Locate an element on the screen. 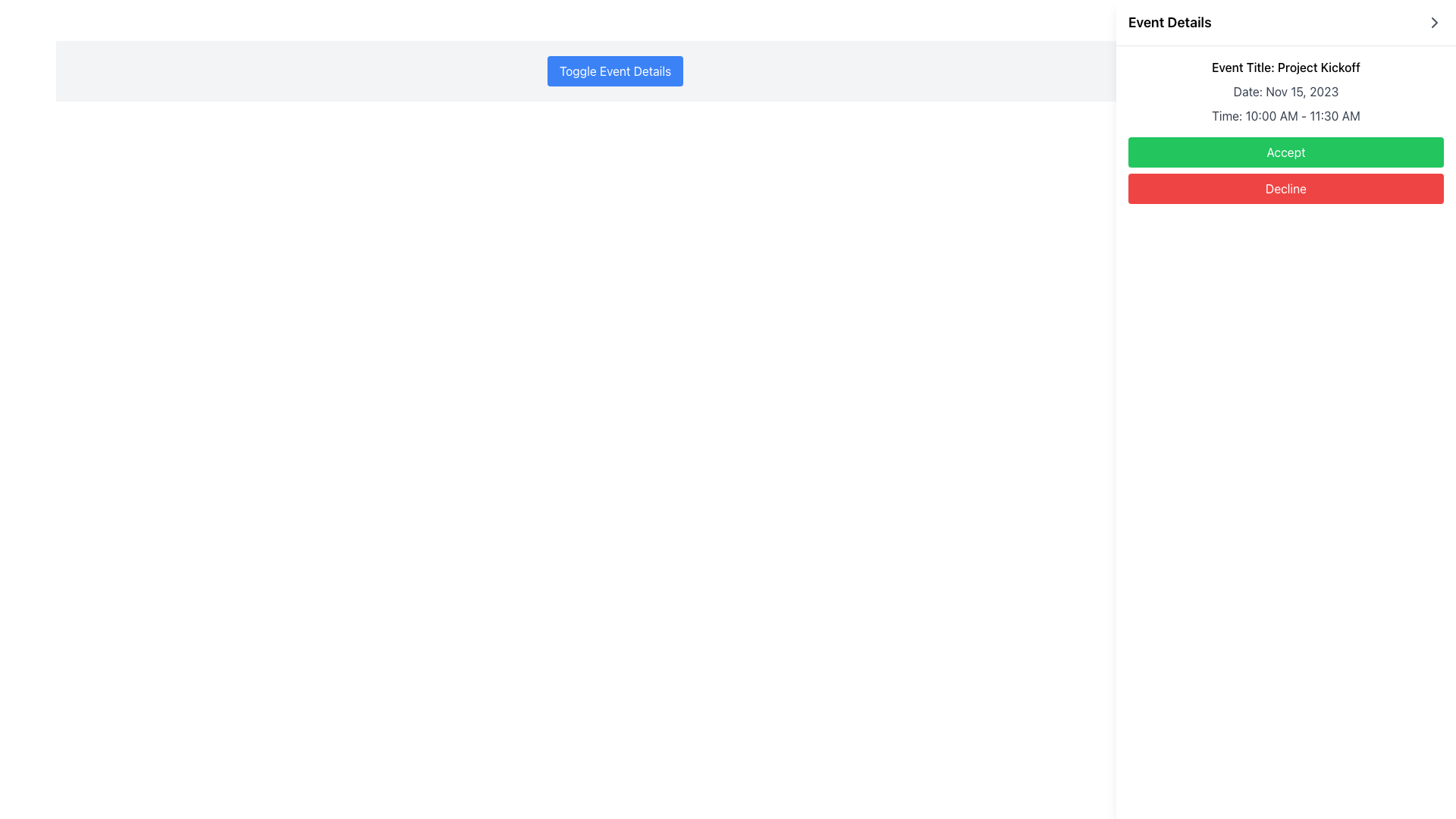 This screenshot has width=1456, height=819. the Text label that serves as the title for the event, located at the top of the right-side event details panel is located at coordinates (1285, 66).